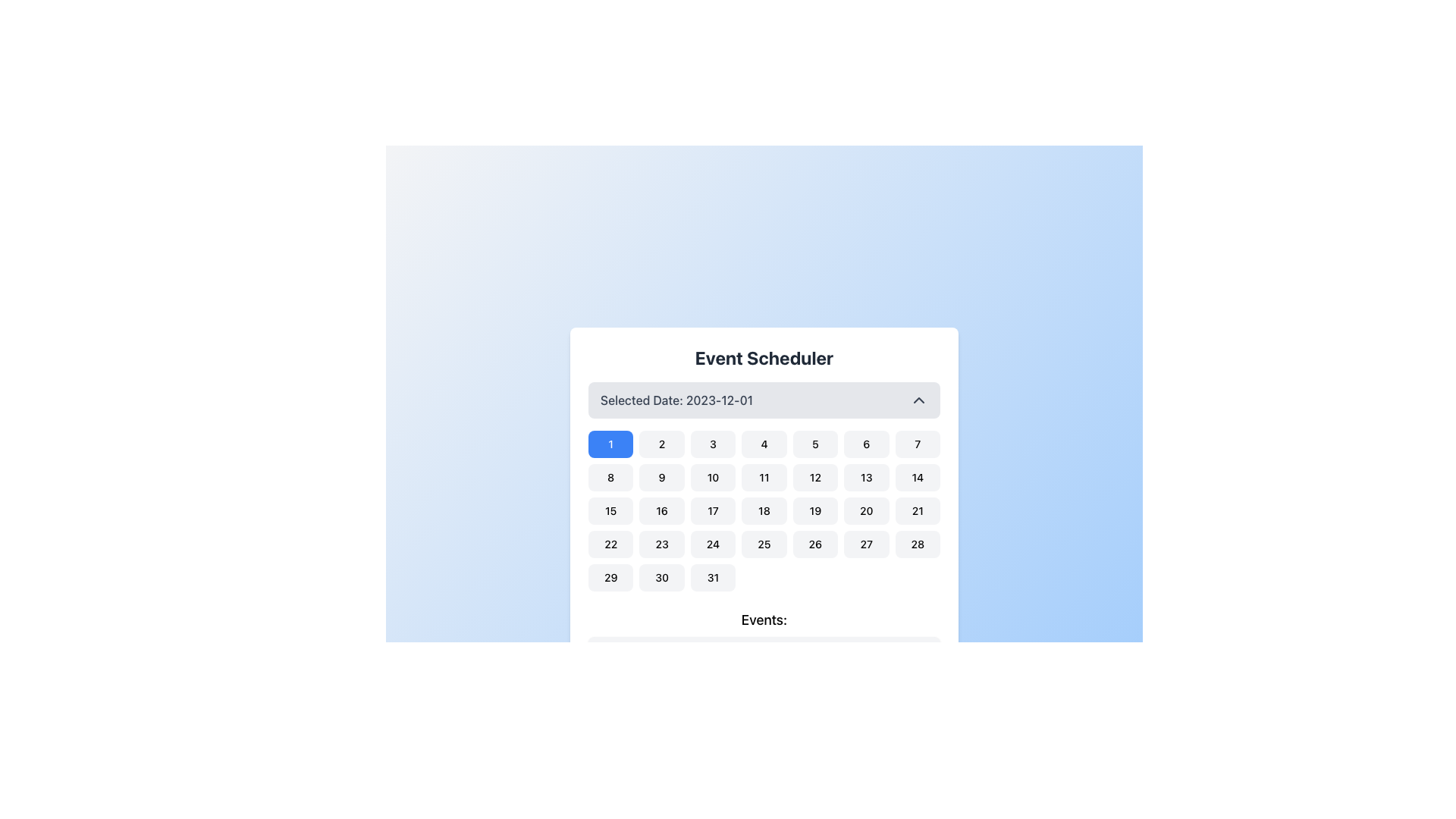 Image resolution: width=1456 pixels, height=819 pixels. I want to click on the rounded rectangular button displaying the number '28' in the calendar view, so click(916, 543).